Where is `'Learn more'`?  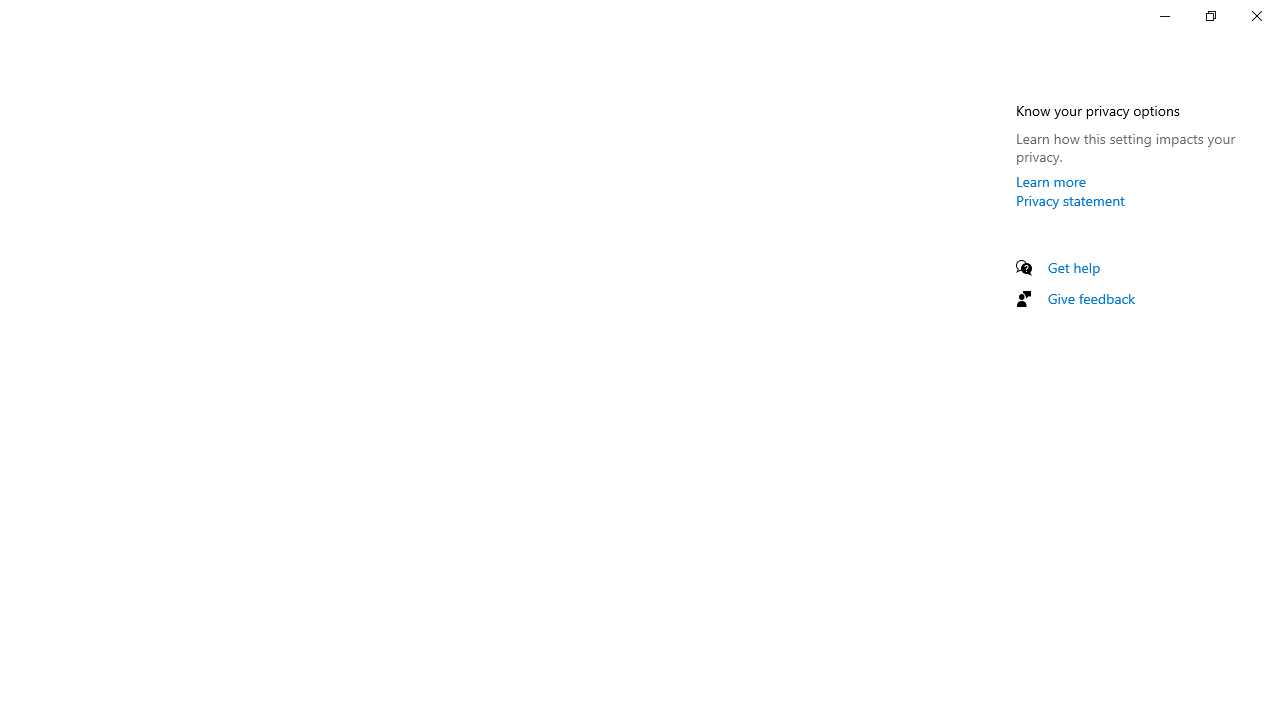 'Learn more' is located at coordinates (1050, 181).